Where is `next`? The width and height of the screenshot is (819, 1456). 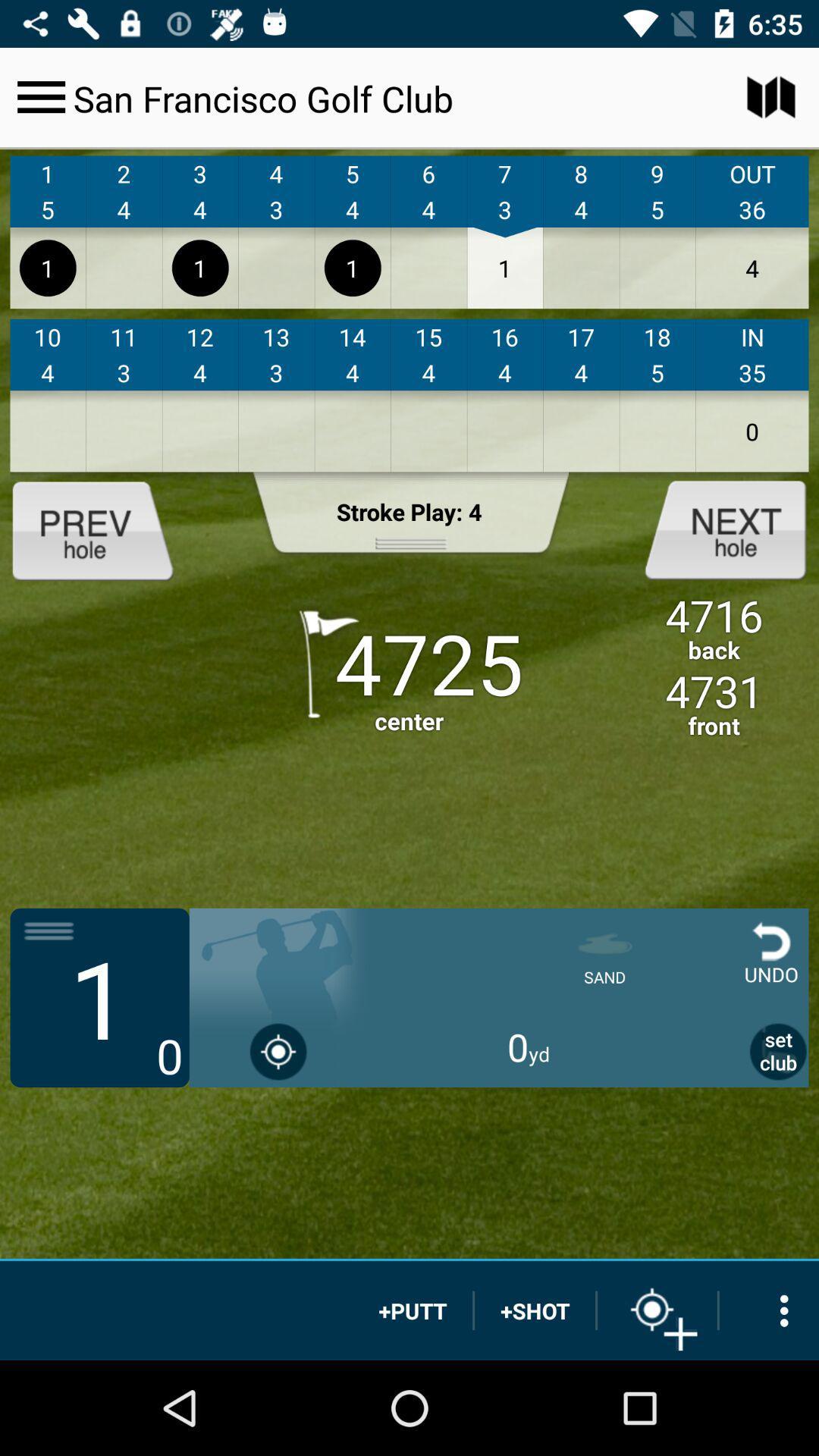 next is located at coordinates (713, 529).